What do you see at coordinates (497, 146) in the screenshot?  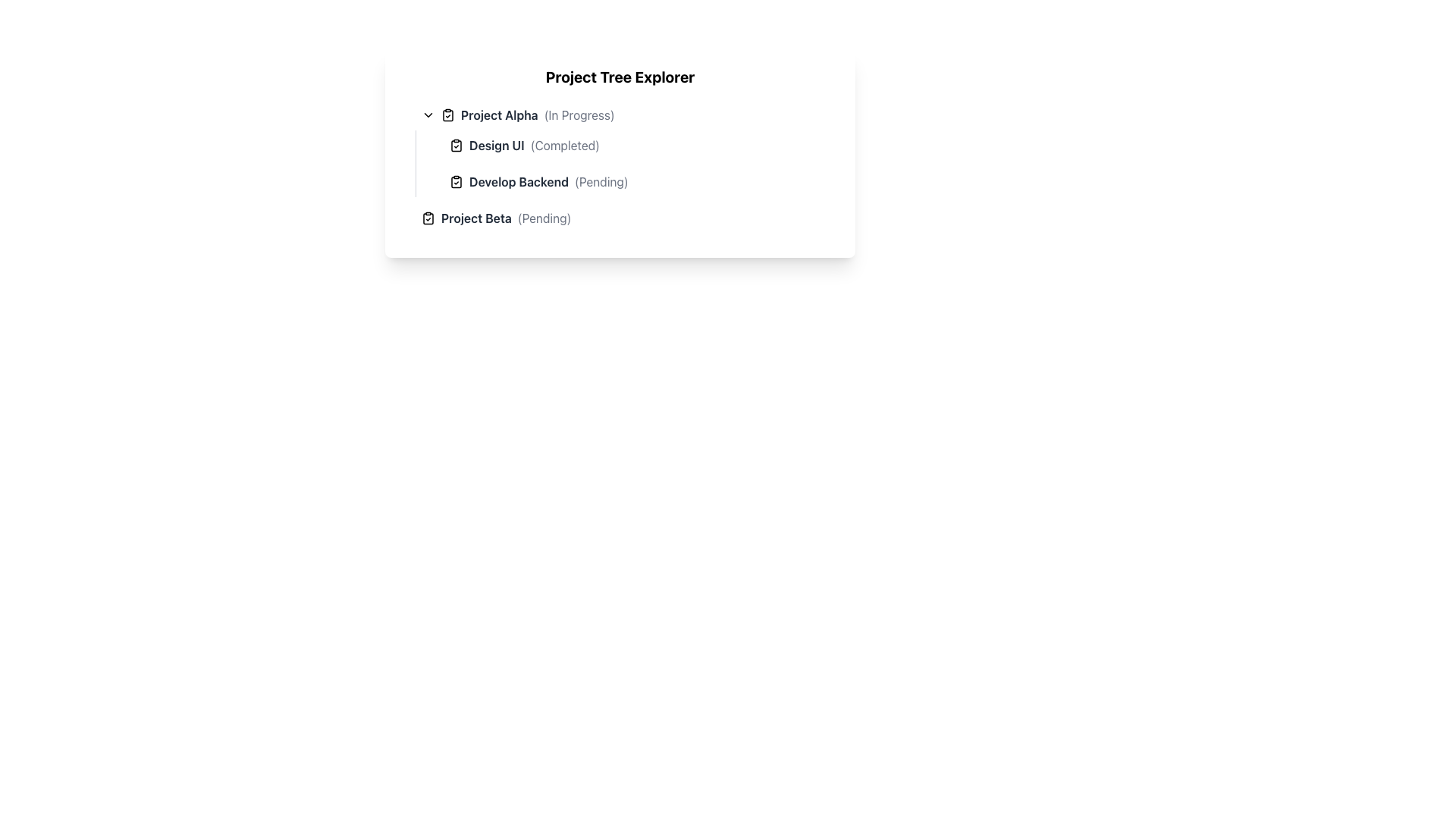 I see `the 'Design UI' text label indicating its completion status with '(Completed)' under the 'Project Alpha' section` at bounding box center [497, 146].